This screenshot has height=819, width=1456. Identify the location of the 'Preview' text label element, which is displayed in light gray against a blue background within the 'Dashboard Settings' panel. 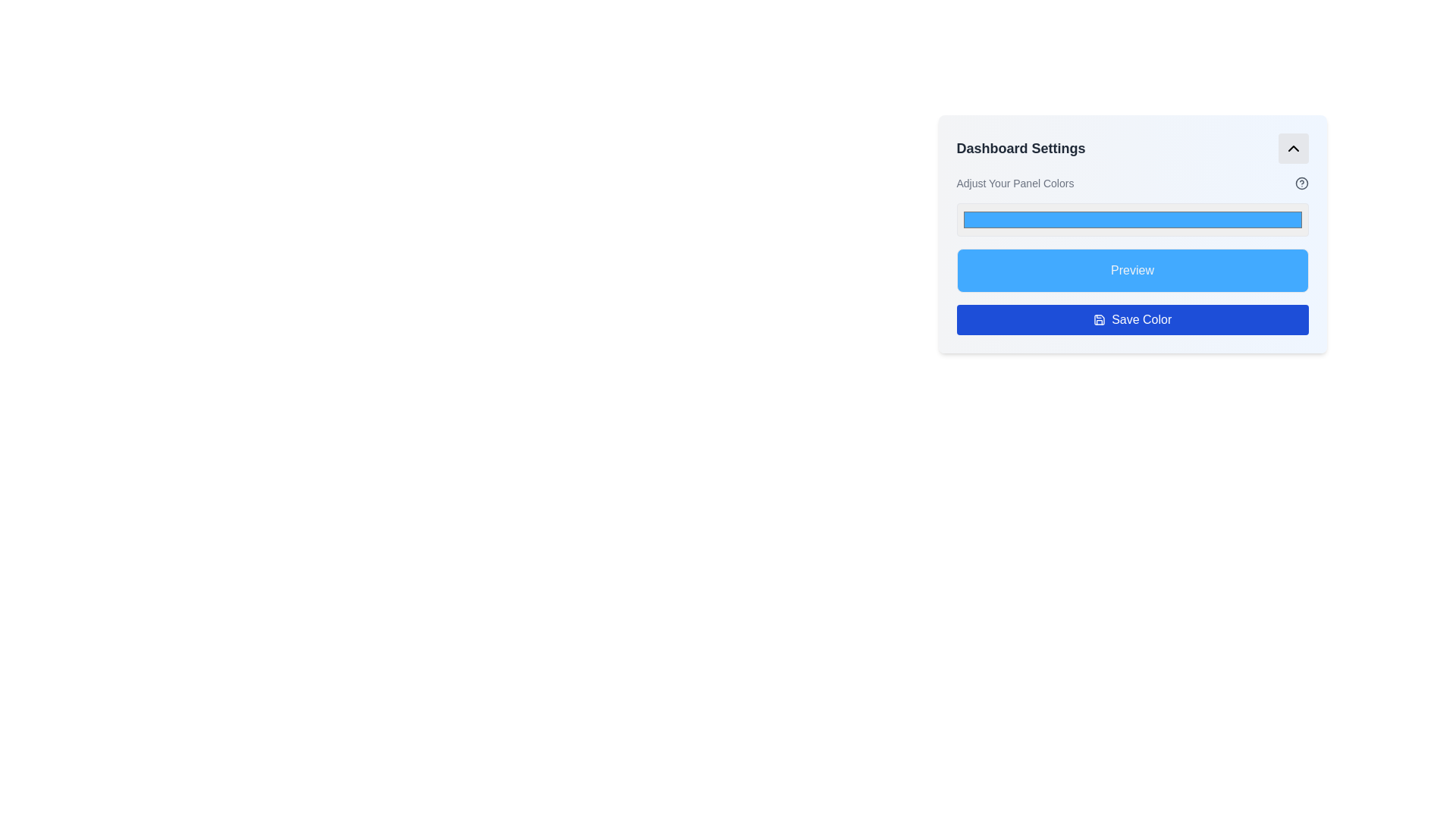
(1132, 270).